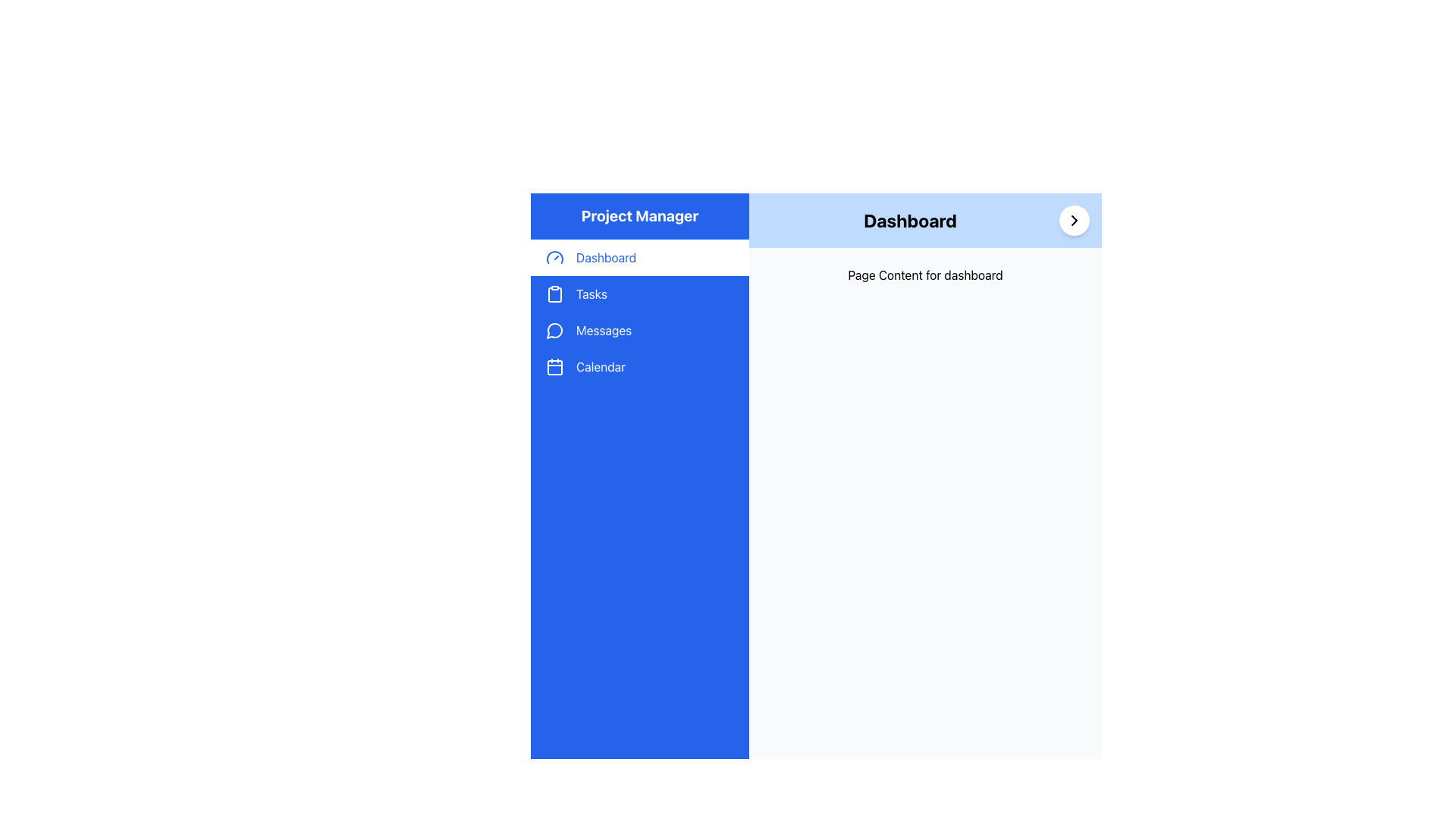  Describe the element at coordinates (554, 366) in the screenshot. I see `the graphical icon representing the Calendar section` at that location.